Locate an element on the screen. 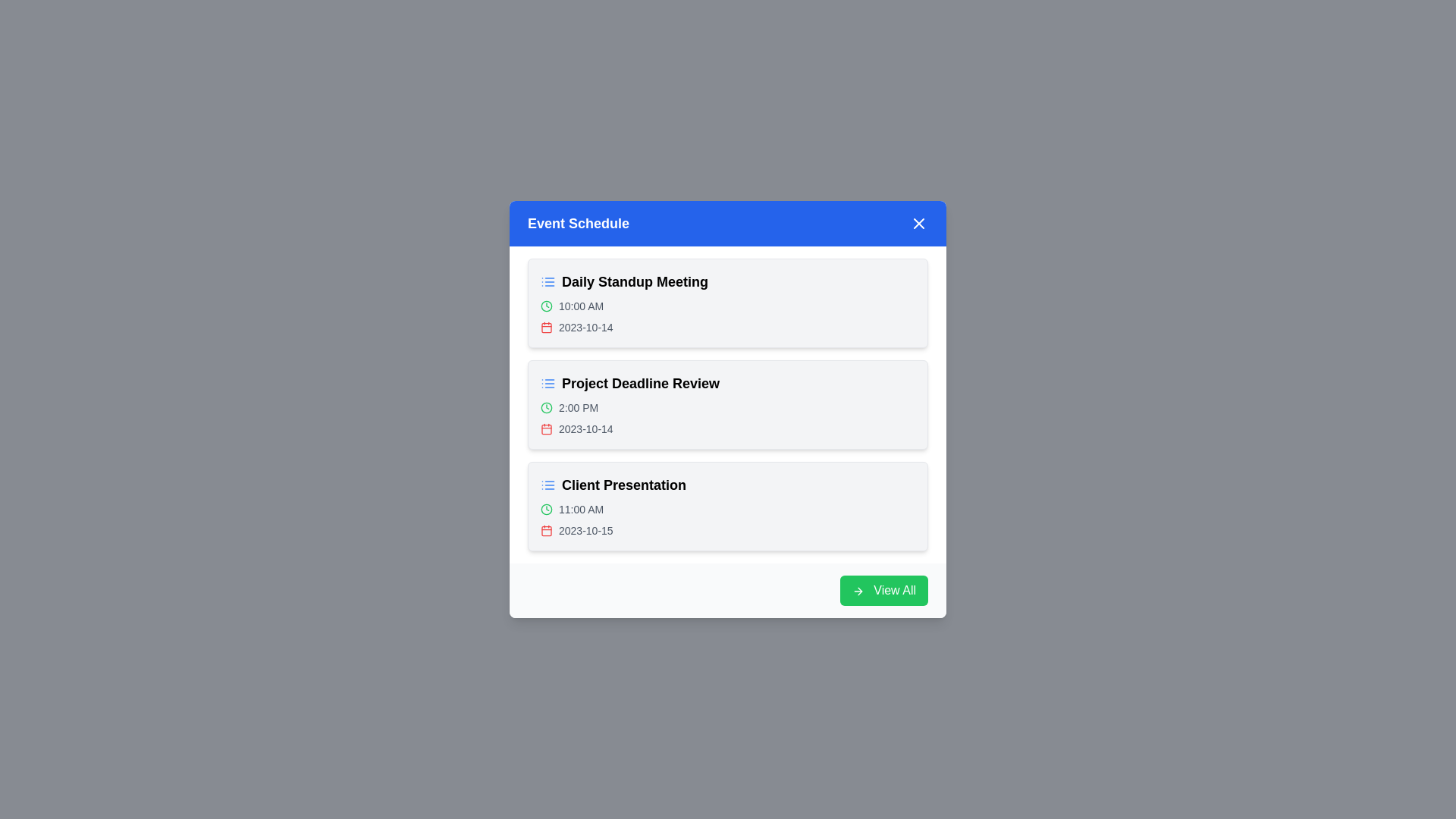 This screenshot has width=1456, height=819. the title Text label located at the top left of the modal window, which describes the event schedule is located at coordinates (578, 223).